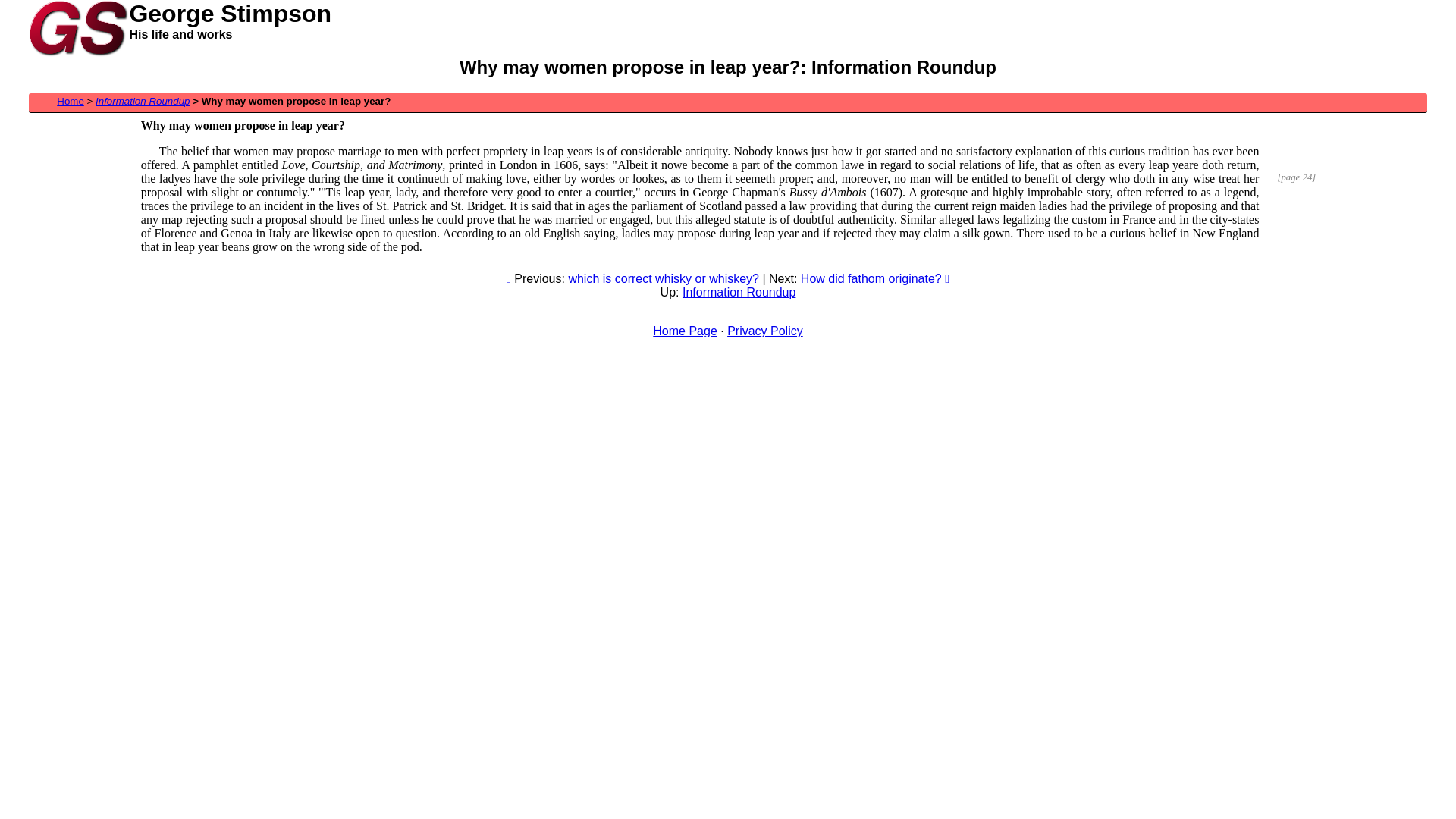 The width and height of the screenshot is (1456, 819). What do you see at coordinates (663, 278) in the screenshot?
I see `'which is correct whisky or whiskey?'` at bounding box center [663, 278].